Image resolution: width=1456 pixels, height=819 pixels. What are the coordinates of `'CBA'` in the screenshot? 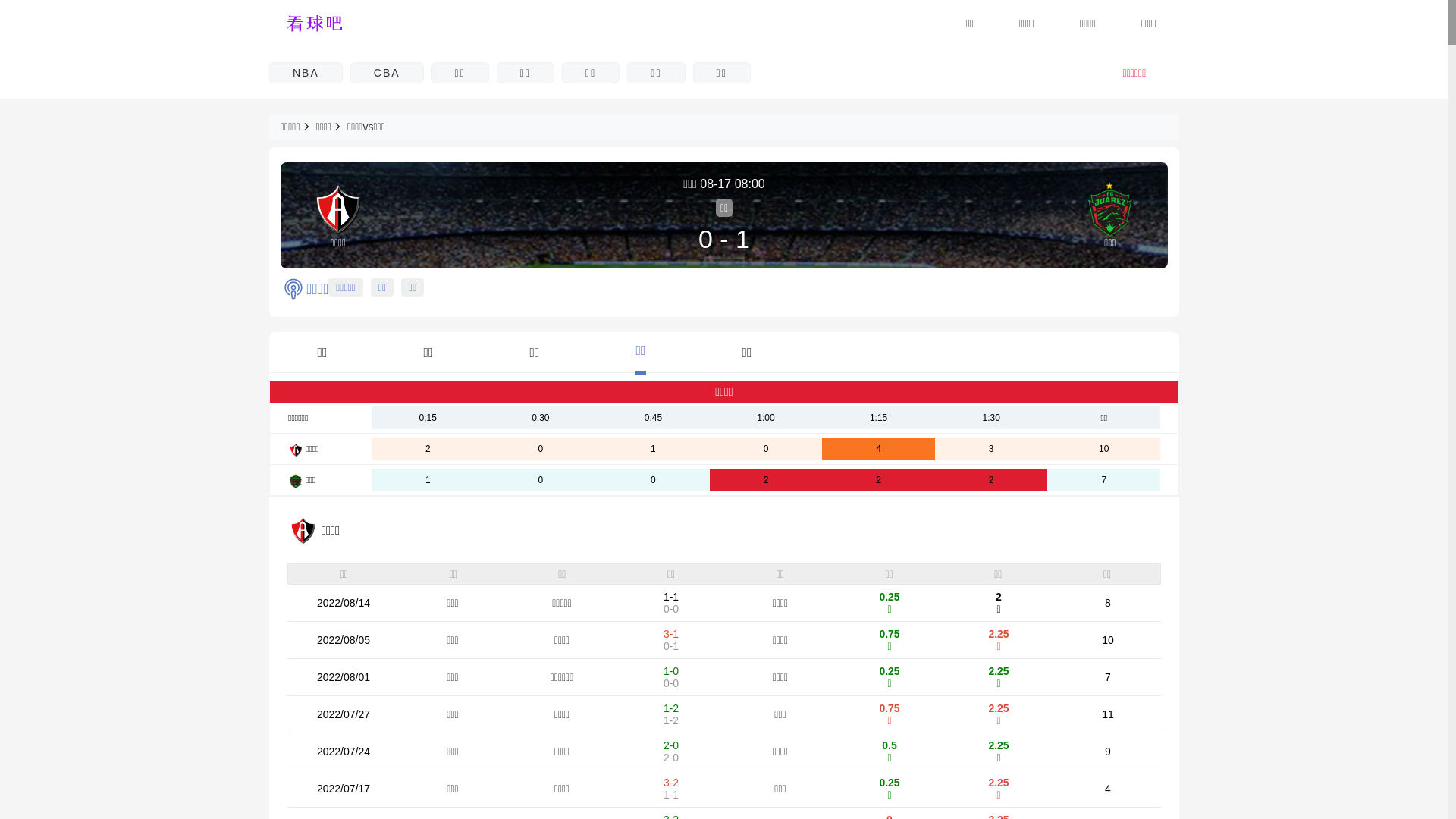 It's located at (387, 73).